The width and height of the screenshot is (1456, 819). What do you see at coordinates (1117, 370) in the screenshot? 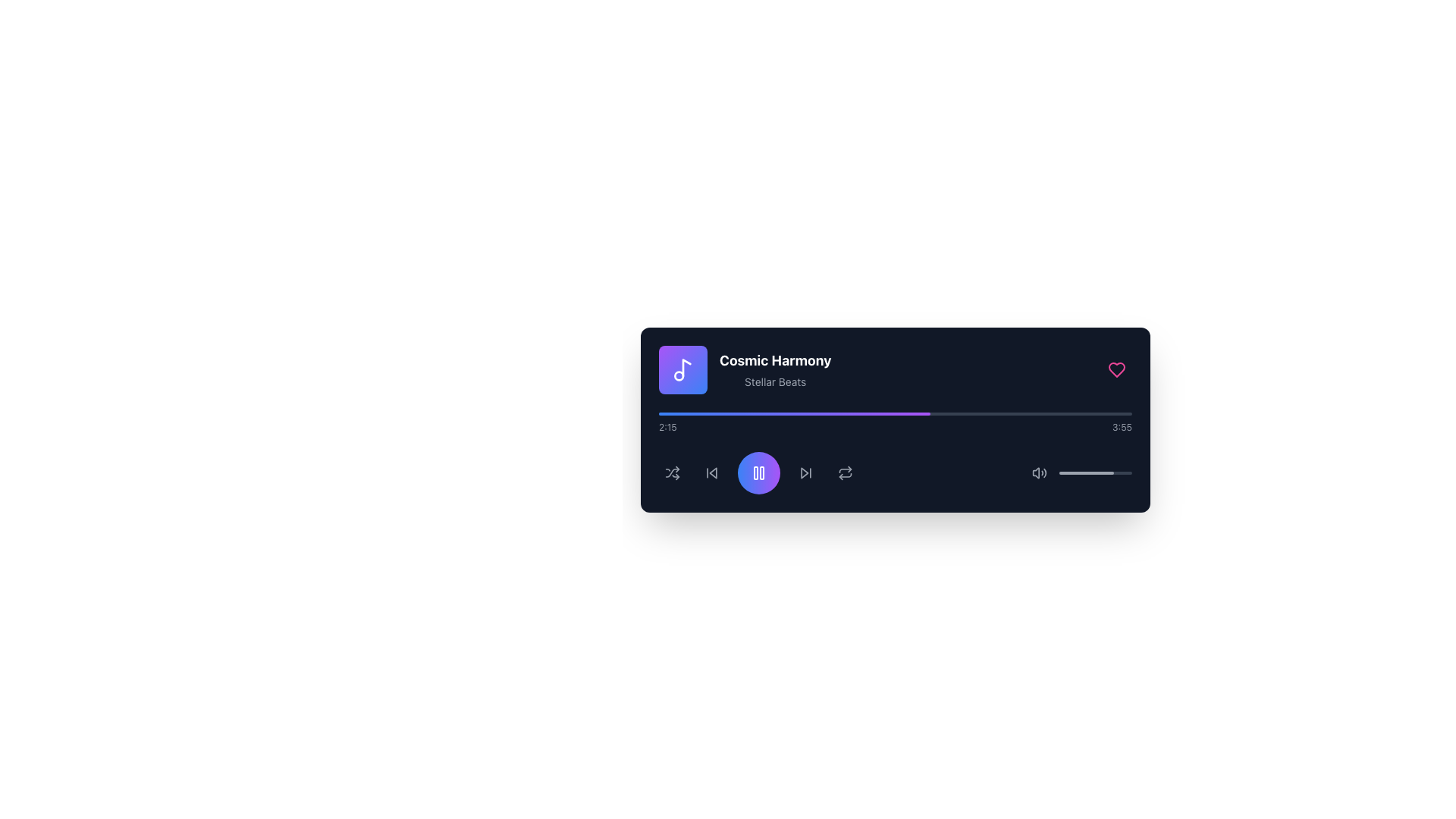
I see `the heart icon located at the top-right corner of the player area` at bounding box center [1117, 370].